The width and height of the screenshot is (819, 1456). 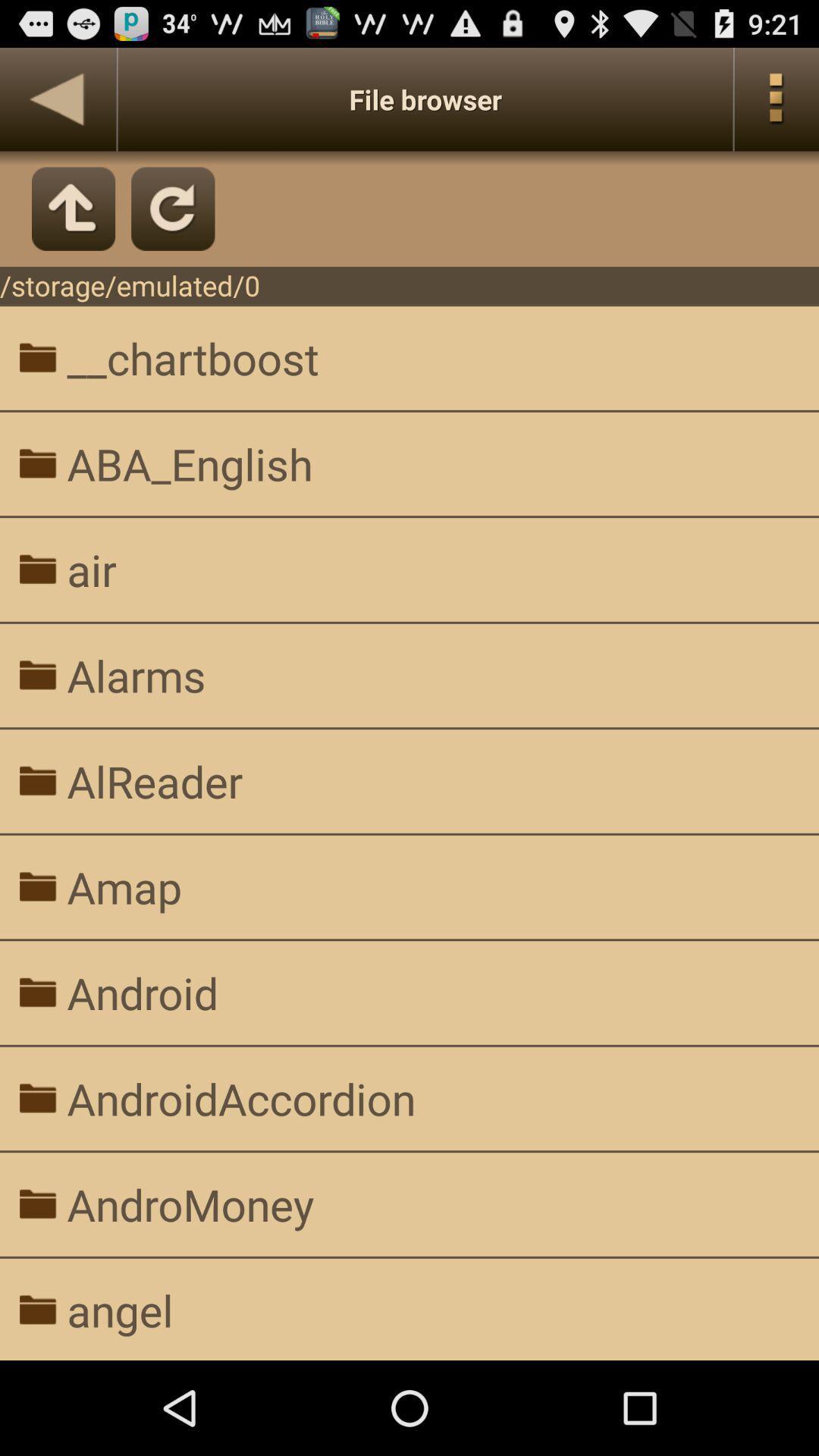 What do you see at coordinates (74, 222) in the screenshot?
I see `the arrow_upward icon` at bounding box center [74, 222].